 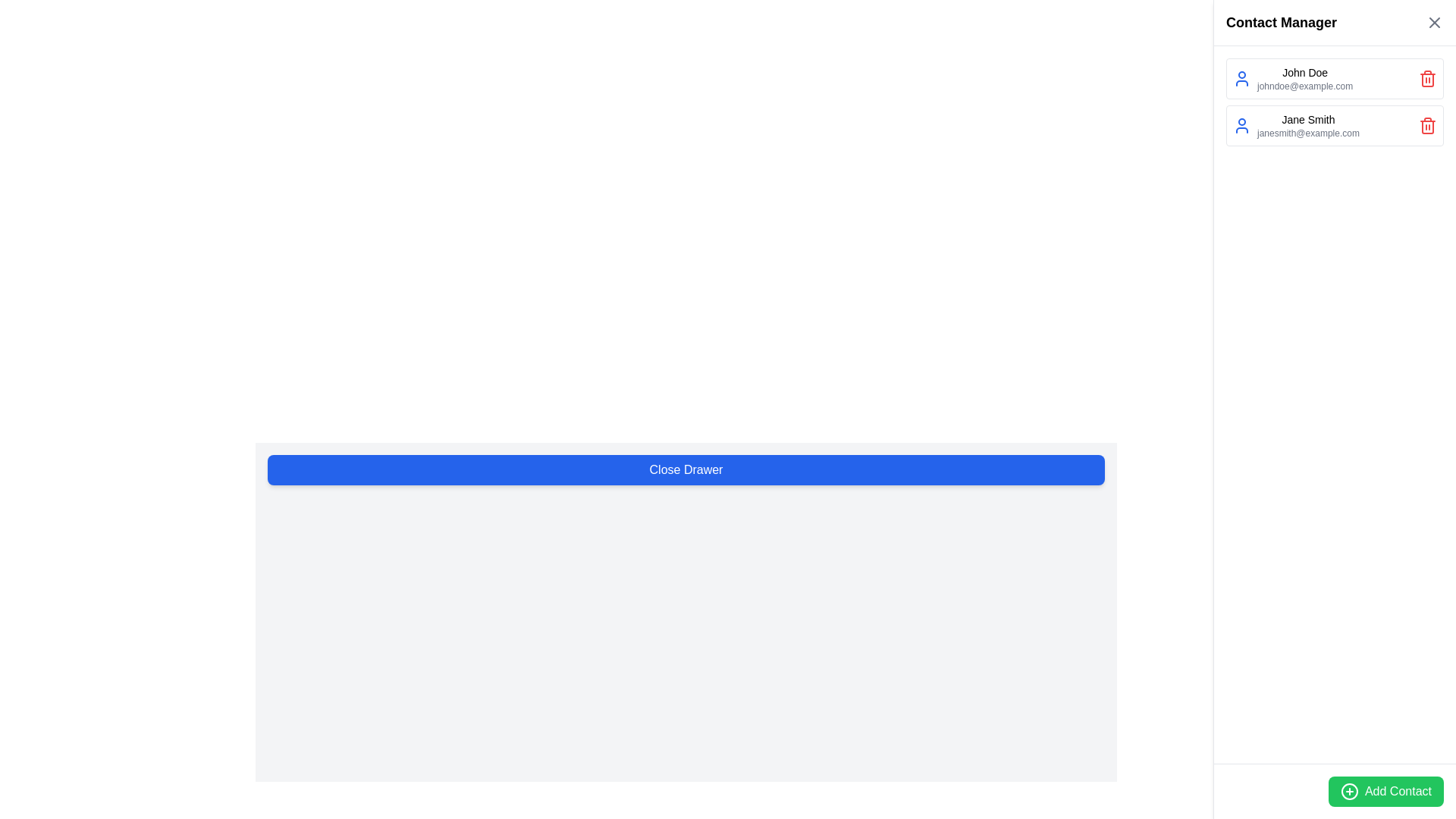 What do you see at coordinates (1292, 79) in the screenshot?
I see `the contact entry represented by a text block with a blue user icon on the left and a red delete button on the right` at bounding box center [1292, 79].